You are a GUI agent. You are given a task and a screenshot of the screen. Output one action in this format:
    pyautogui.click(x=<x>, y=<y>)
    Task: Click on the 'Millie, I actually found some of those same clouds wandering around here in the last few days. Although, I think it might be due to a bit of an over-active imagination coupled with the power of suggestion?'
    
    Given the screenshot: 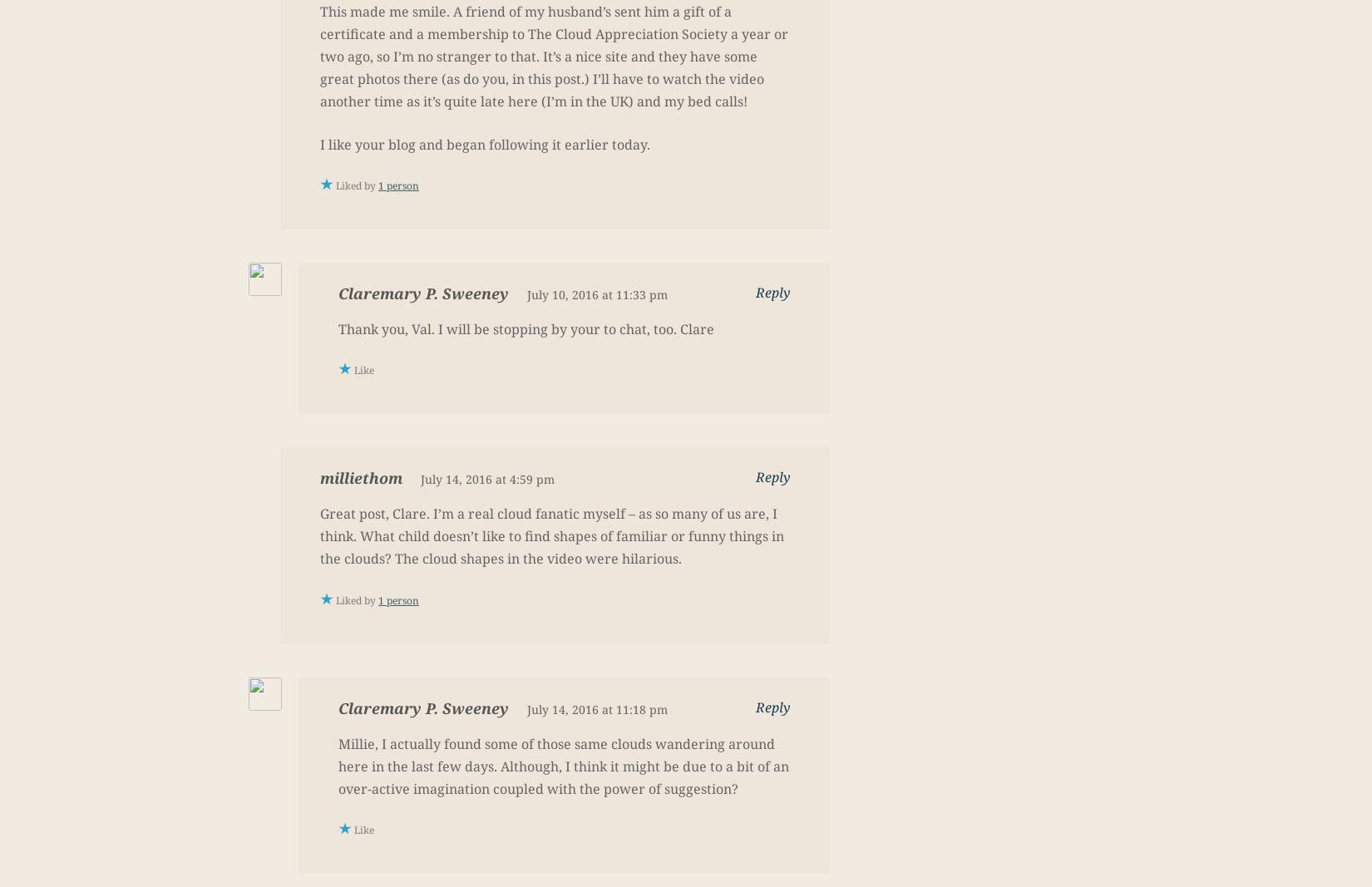 What is the action you would take?
    pyautogui.click(x=562, y=766)
    